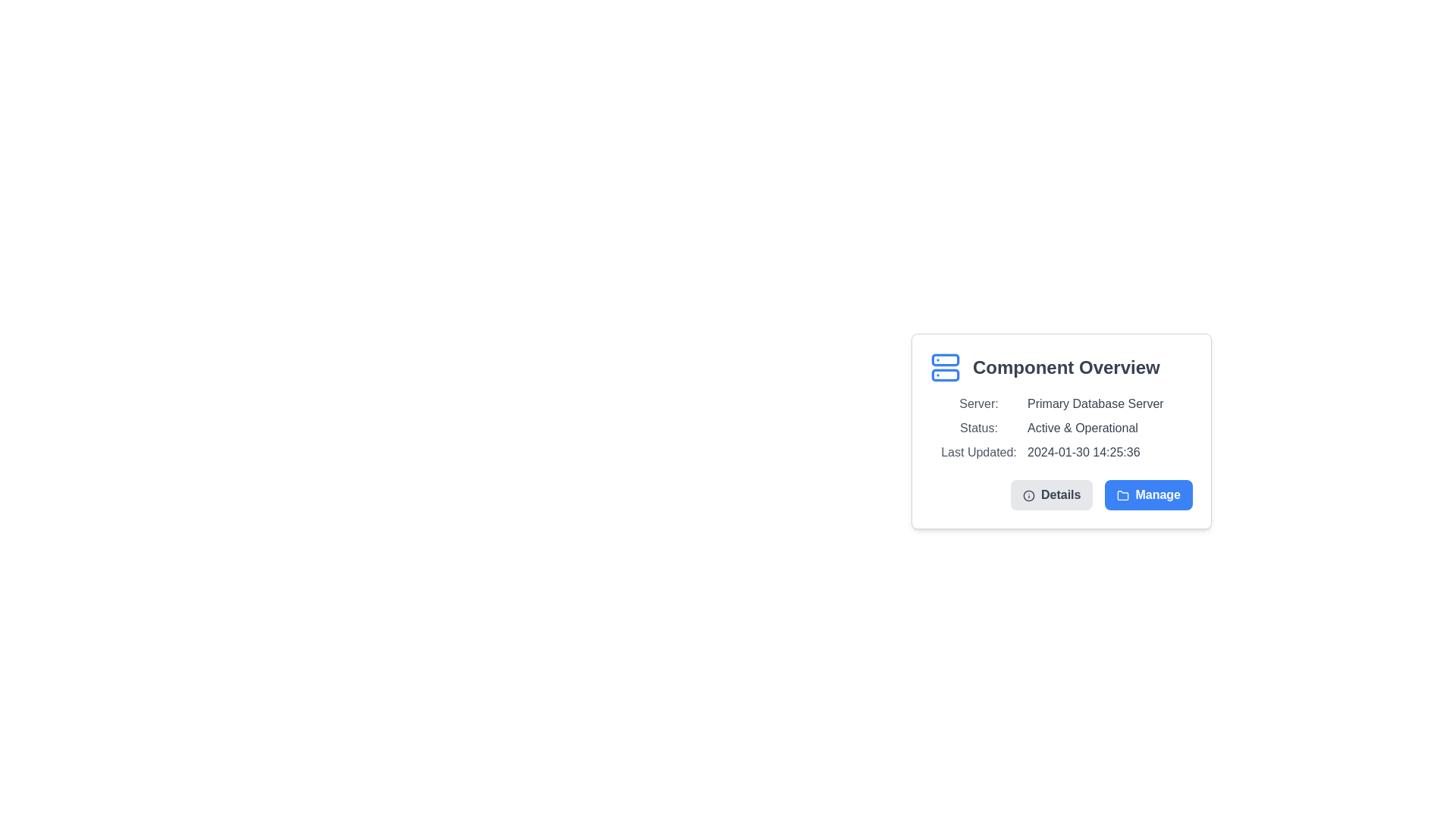 Image resolution: width=1456 pixels, height=819 pixels. What do you see at coordinates (1123, 495) in the screenshot?
I see `the folder icon located in the top-left corner of the 'Component Overview' card, adjacent to the title text` at bounding box center [1123, 495].